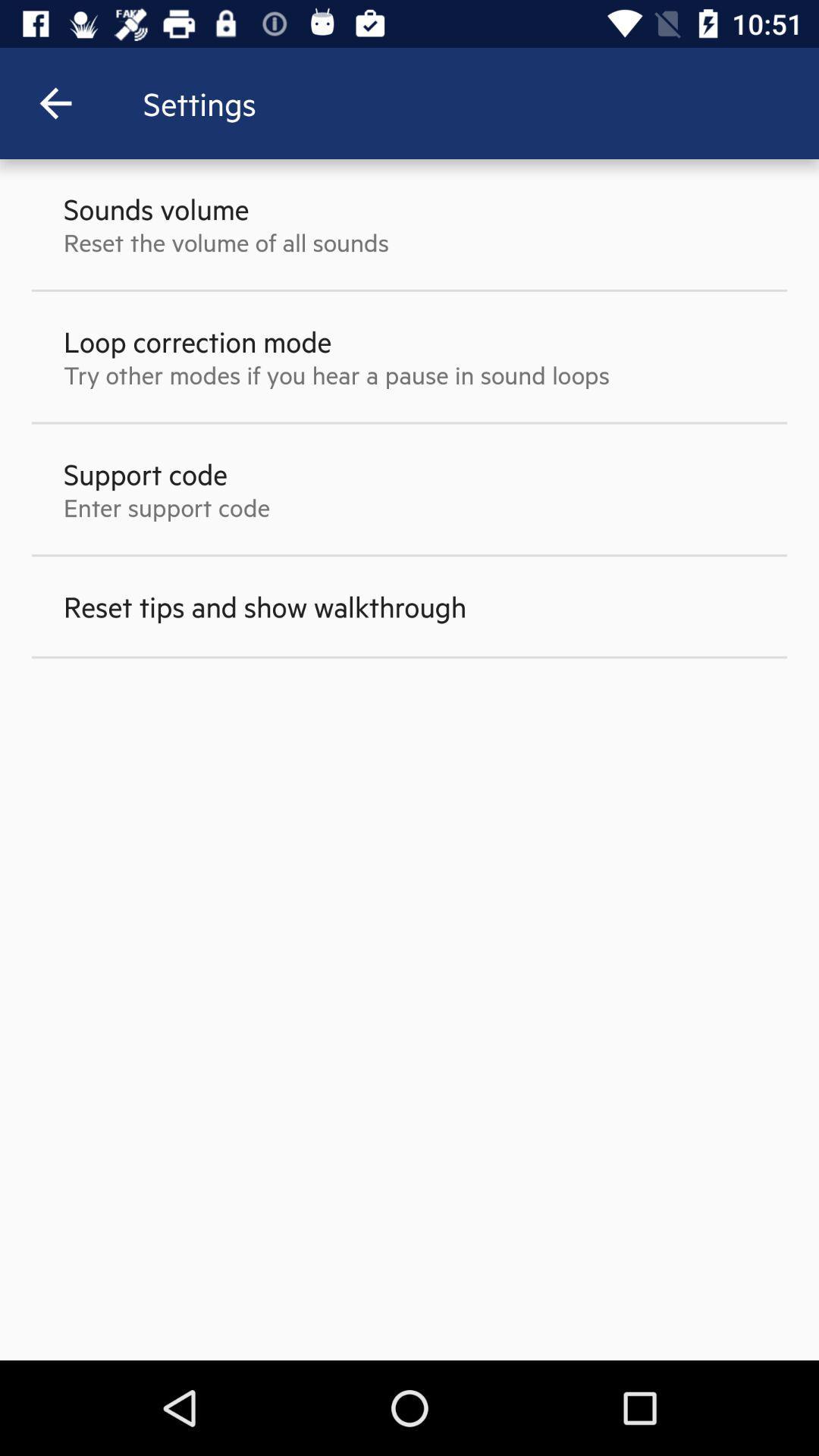  What do you see at coordinates (264, 605) in the screenshot?
I see `the icon below enter support code item` at bounding box center [264, 605].